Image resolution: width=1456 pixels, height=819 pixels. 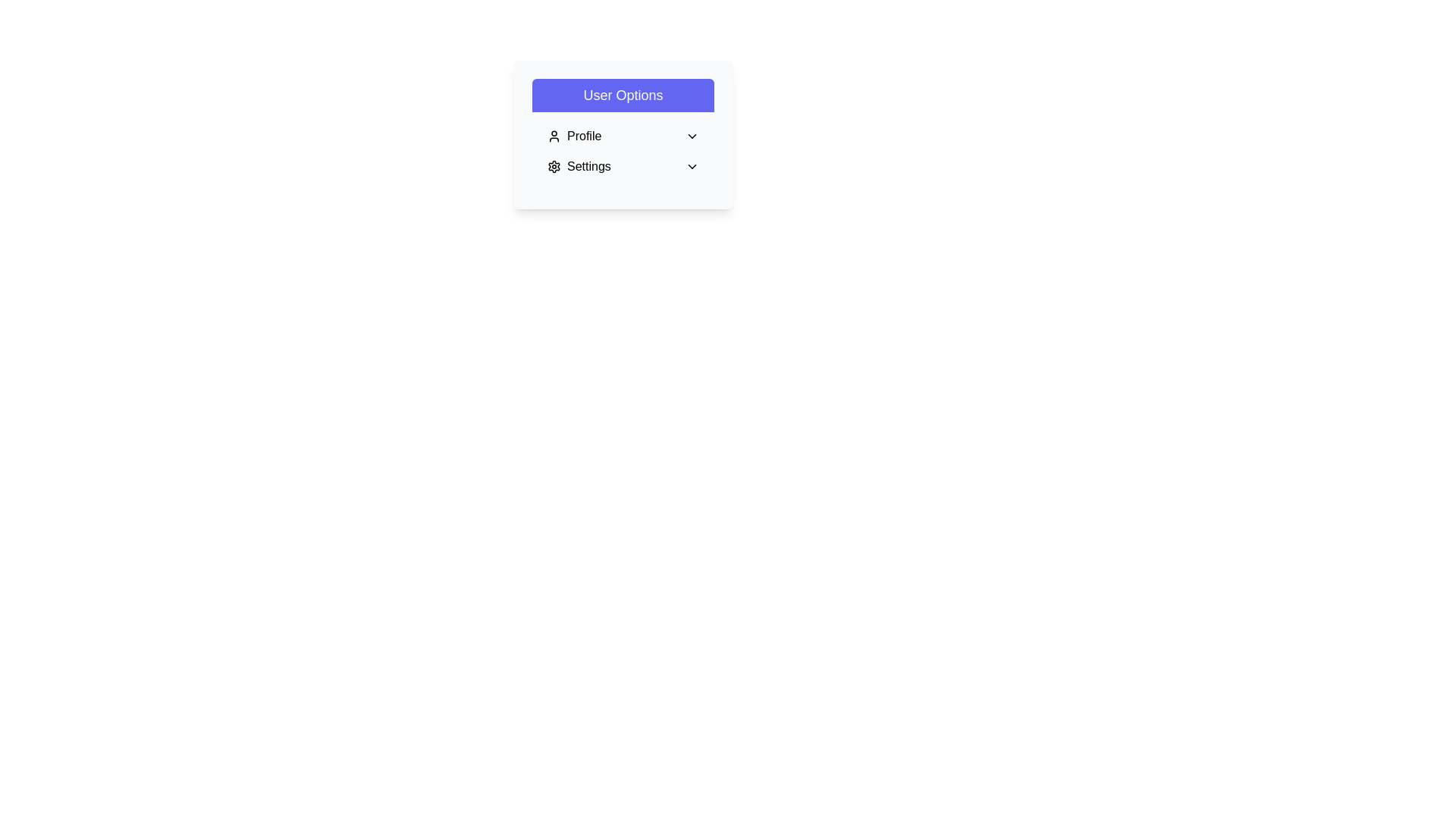 I want to click on the chevron icon located at the far right of the 'Settings' row in the dropdown menu, so click(x=691, y=166).